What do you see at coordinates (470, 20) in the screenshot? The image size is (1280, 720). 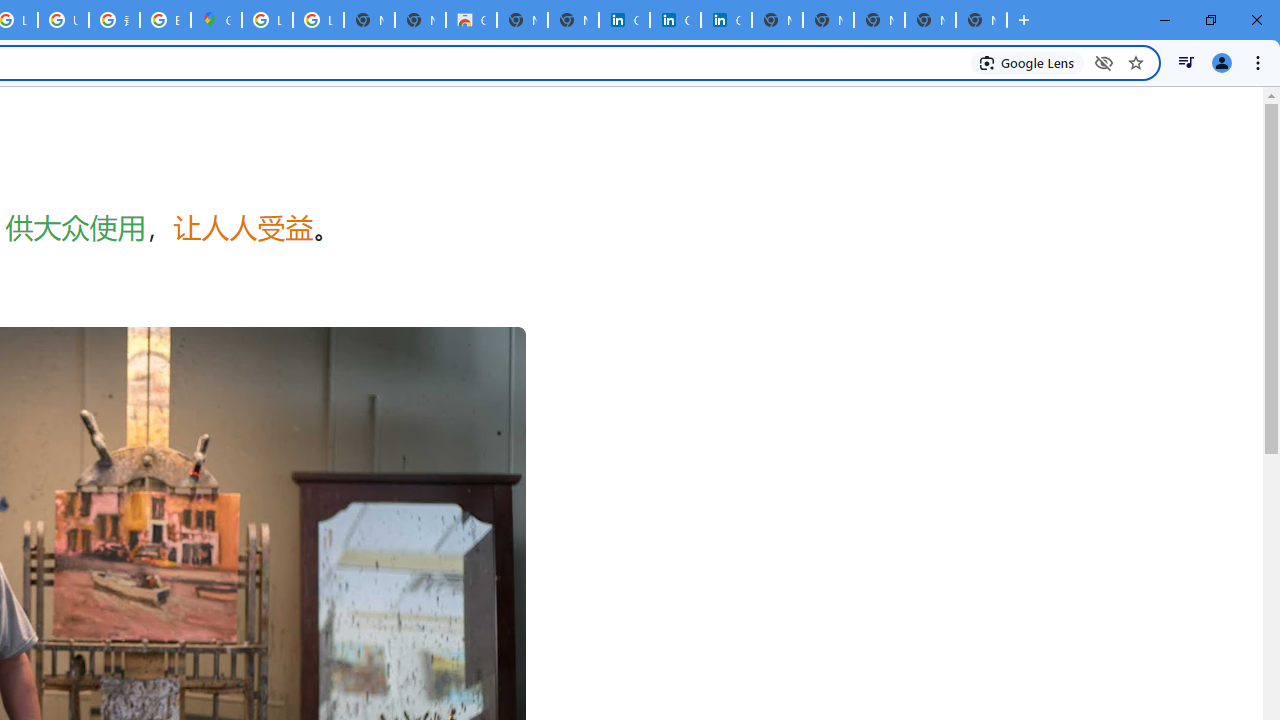 I see `'Chrome Web Store'` at bounding box center [470, 20].